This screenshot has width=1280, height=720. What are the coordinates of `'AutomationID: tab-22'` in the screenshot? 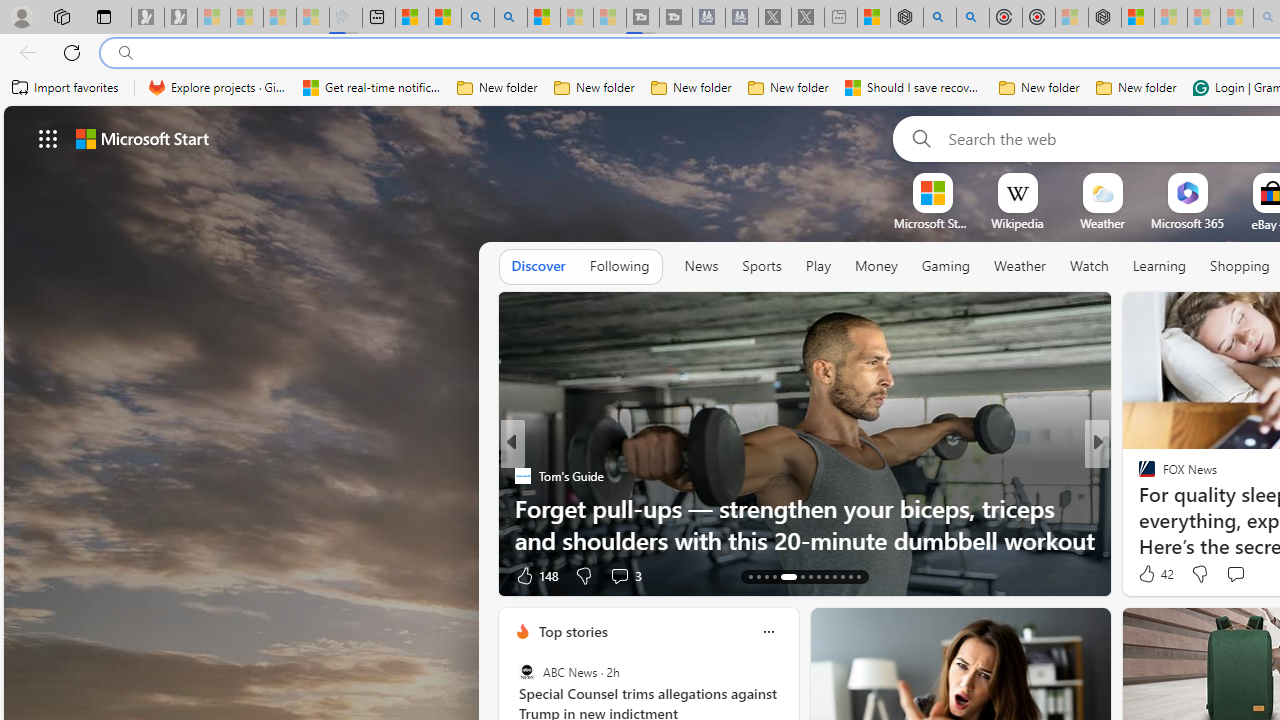 It's located at (833, 577).